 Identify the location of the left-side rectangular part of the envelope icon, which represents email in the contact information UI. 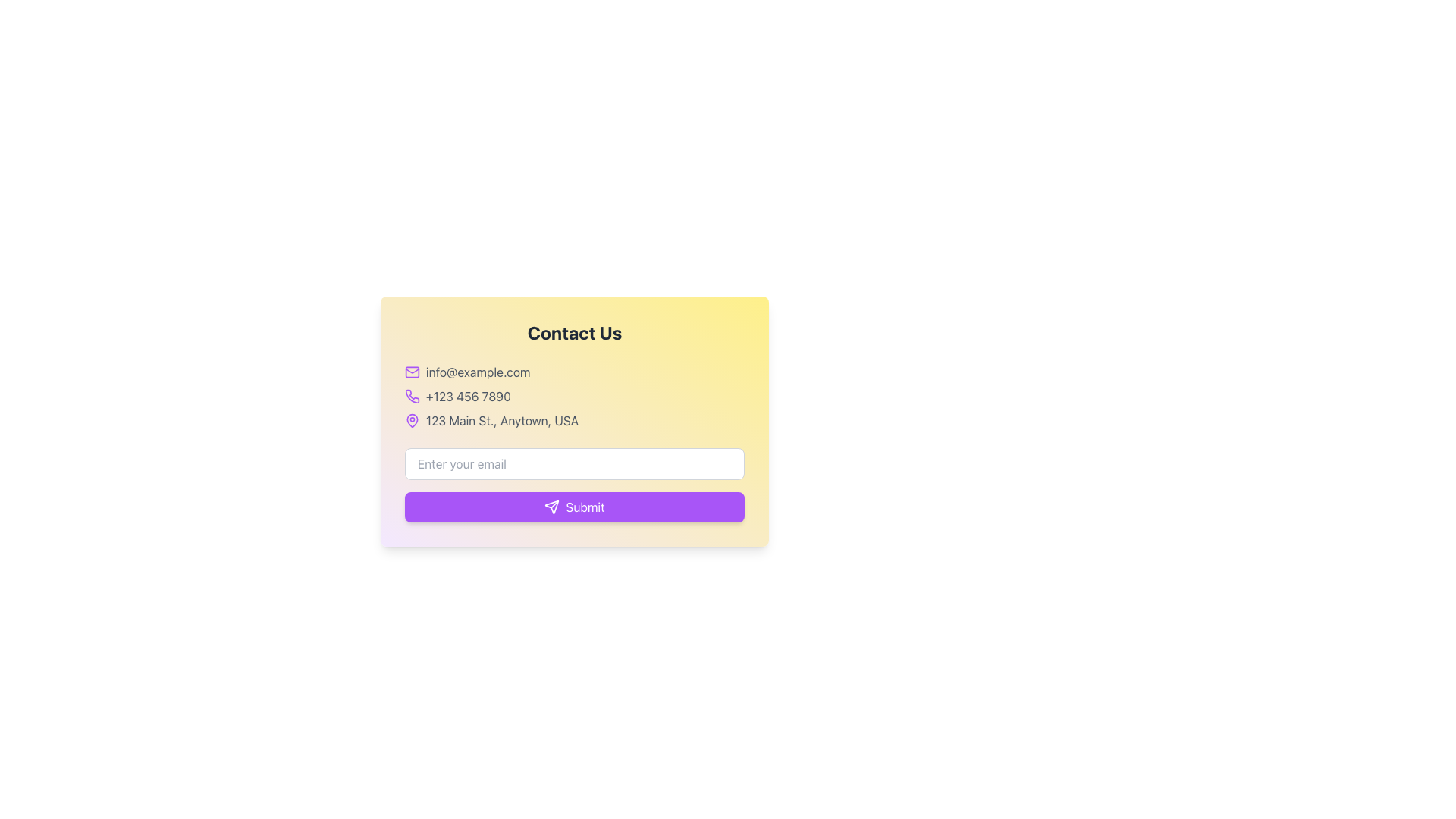
(412, 372).